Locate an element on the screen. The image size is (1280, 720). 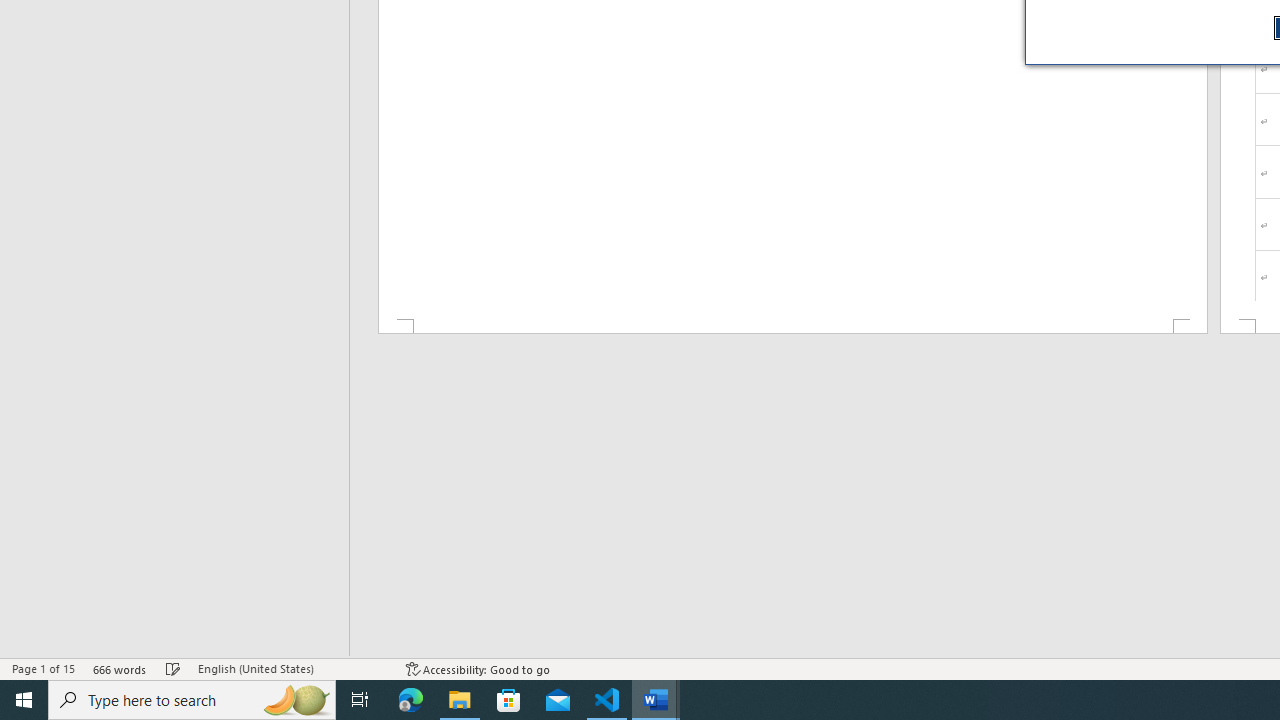
'Spelling and Grammar Check Checking' is located at coordinates (173, 669).